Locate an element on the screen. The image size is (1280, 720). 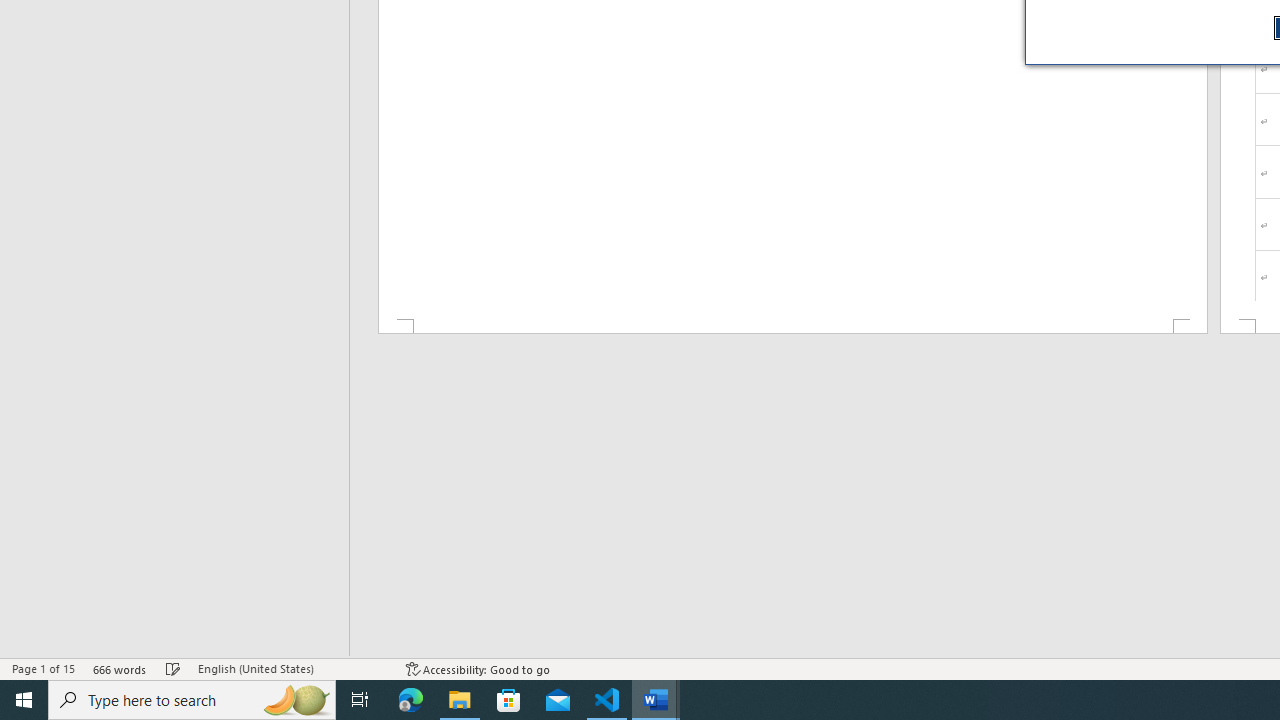
'Spelling and Grammar Check Checking' is located at coordinates (173, 669).